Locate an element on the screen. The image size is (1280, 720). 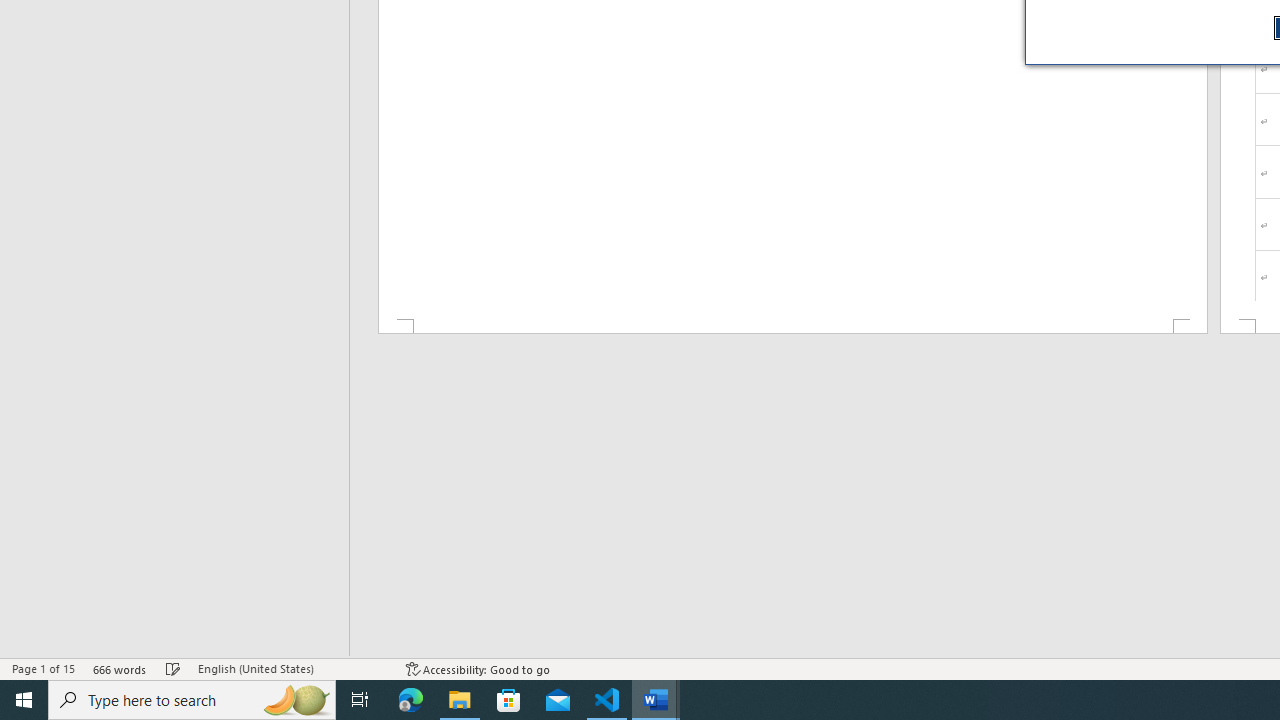
'Spelling and Grammar Check Checking' is located at coordinates (173, 669).